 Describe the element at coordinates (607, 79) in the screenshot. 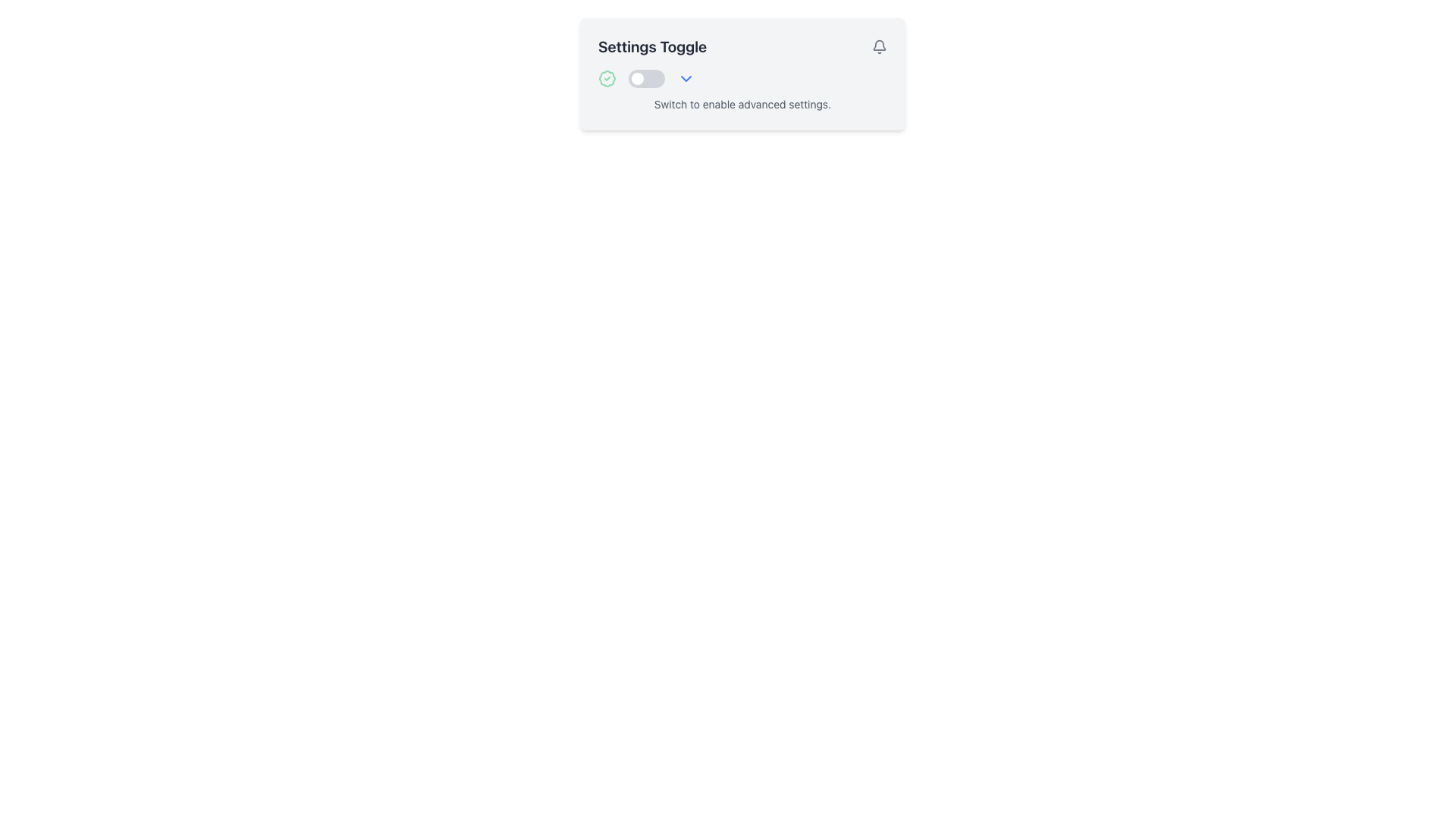

I see `the circular outline with a greenish hue that surrounds a checkmark graphic, which is part of a badge-check SVG icon located in the header section above the 'Settings Toggle' title` at that location.